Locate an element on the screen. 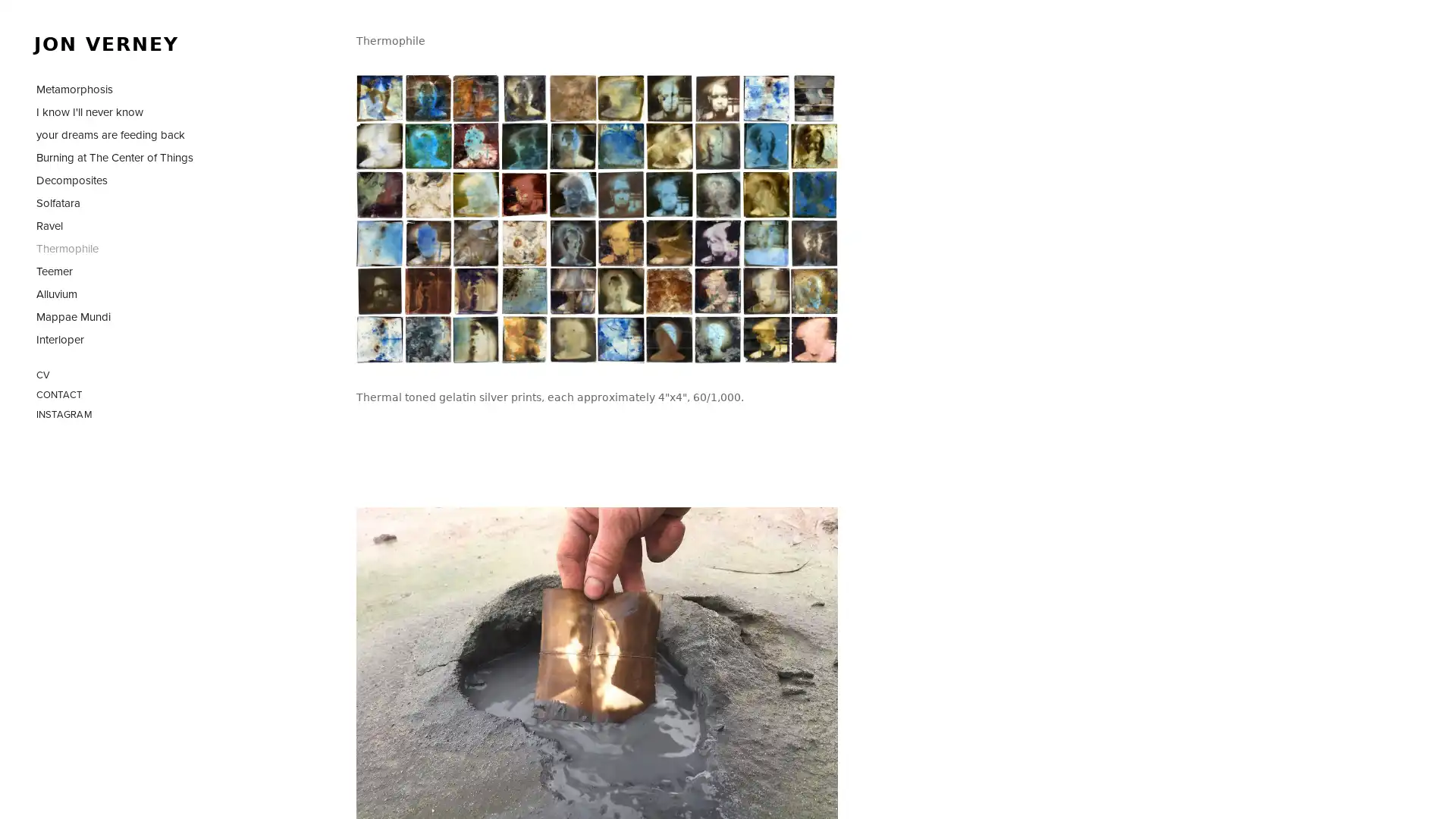 The height and width of the screenshot is (819, 1456). View fullsize jon_verney_thermophile_20.jpg is located at coordinates (621, 291).